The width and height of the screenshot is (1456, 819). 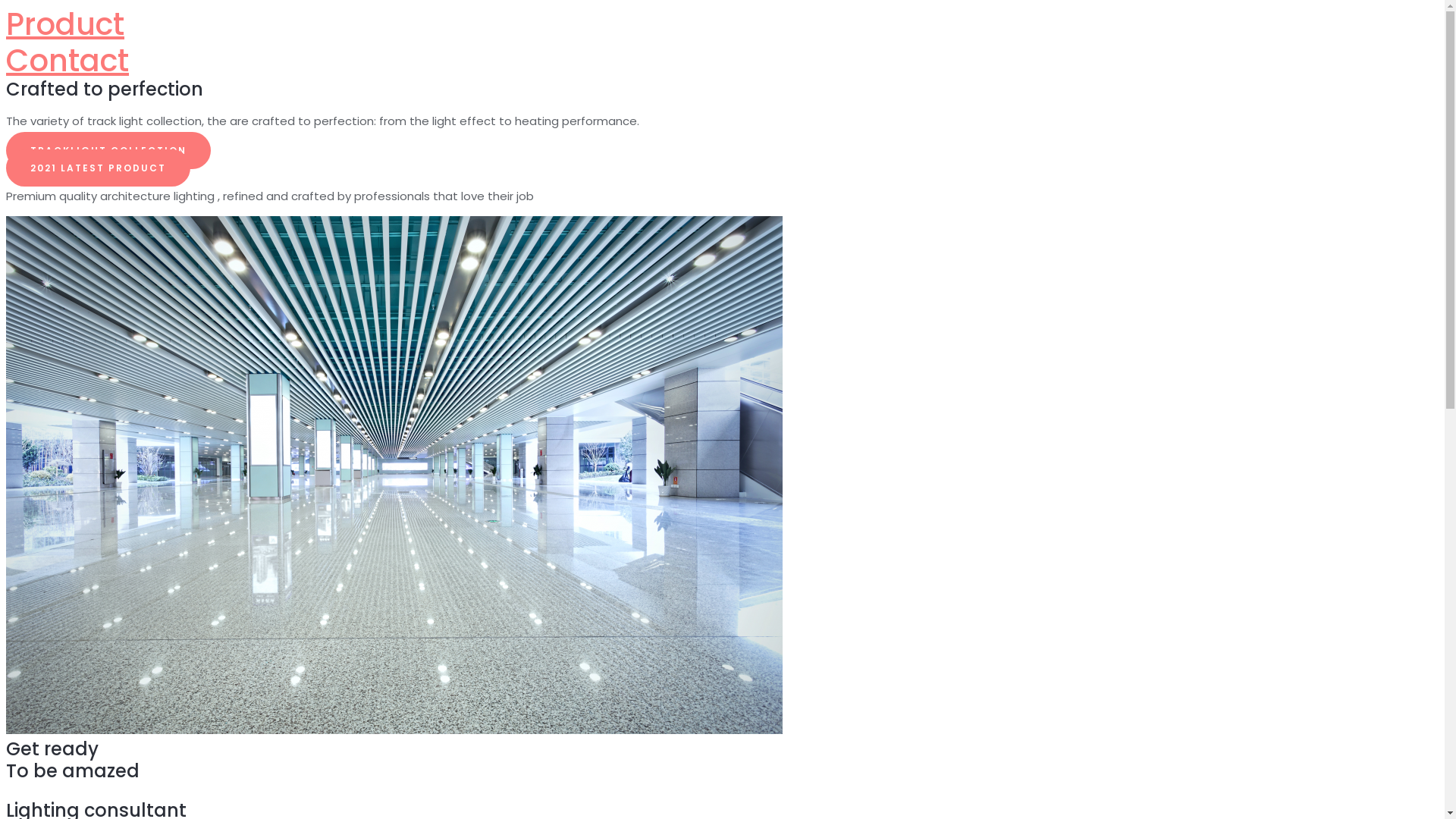 I want to click on 'Contact', so click(x=67, y=60).